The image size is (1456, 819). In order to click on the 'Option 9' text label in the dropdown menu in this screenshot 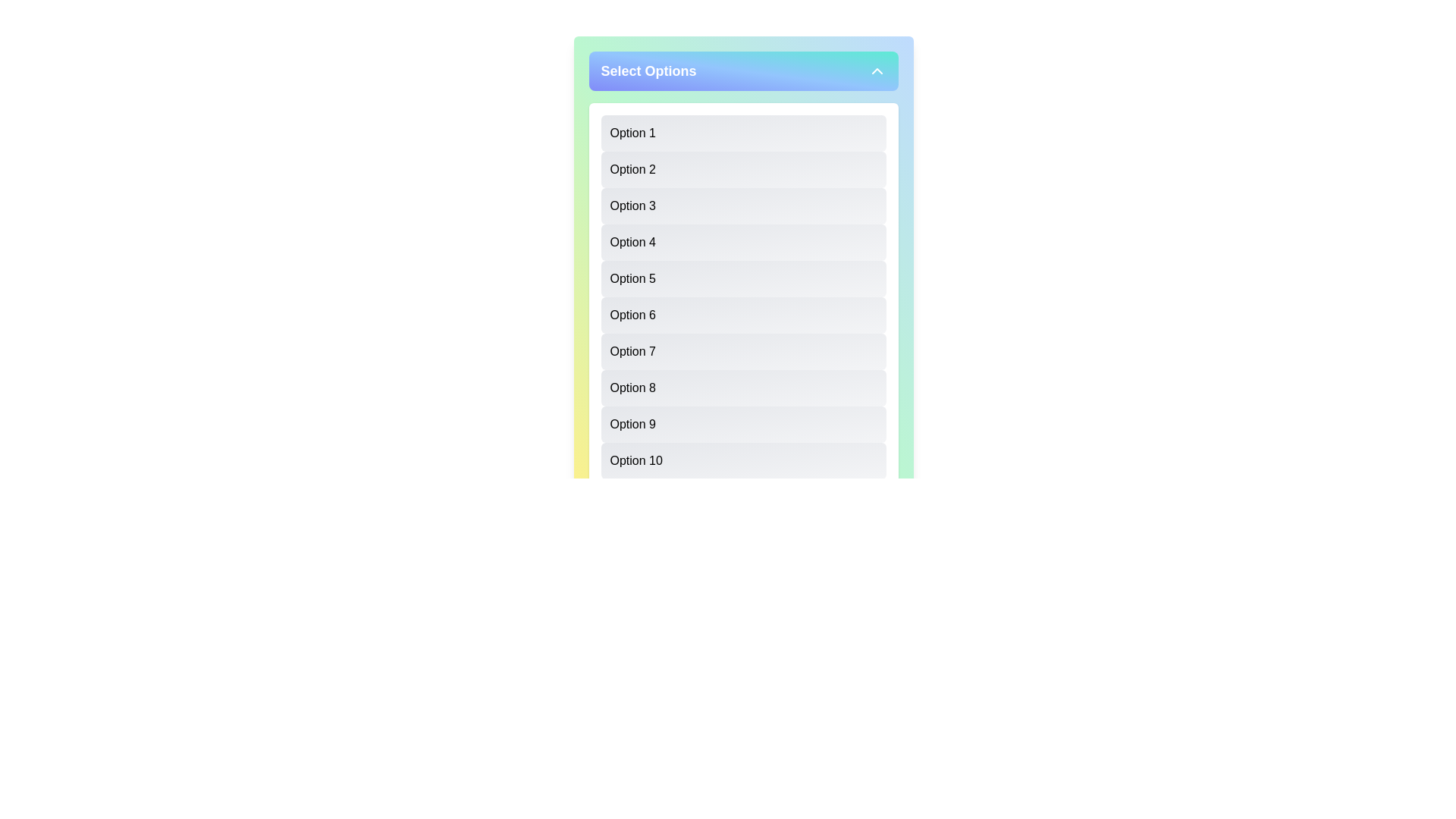, I will do `click(632, 424)`.